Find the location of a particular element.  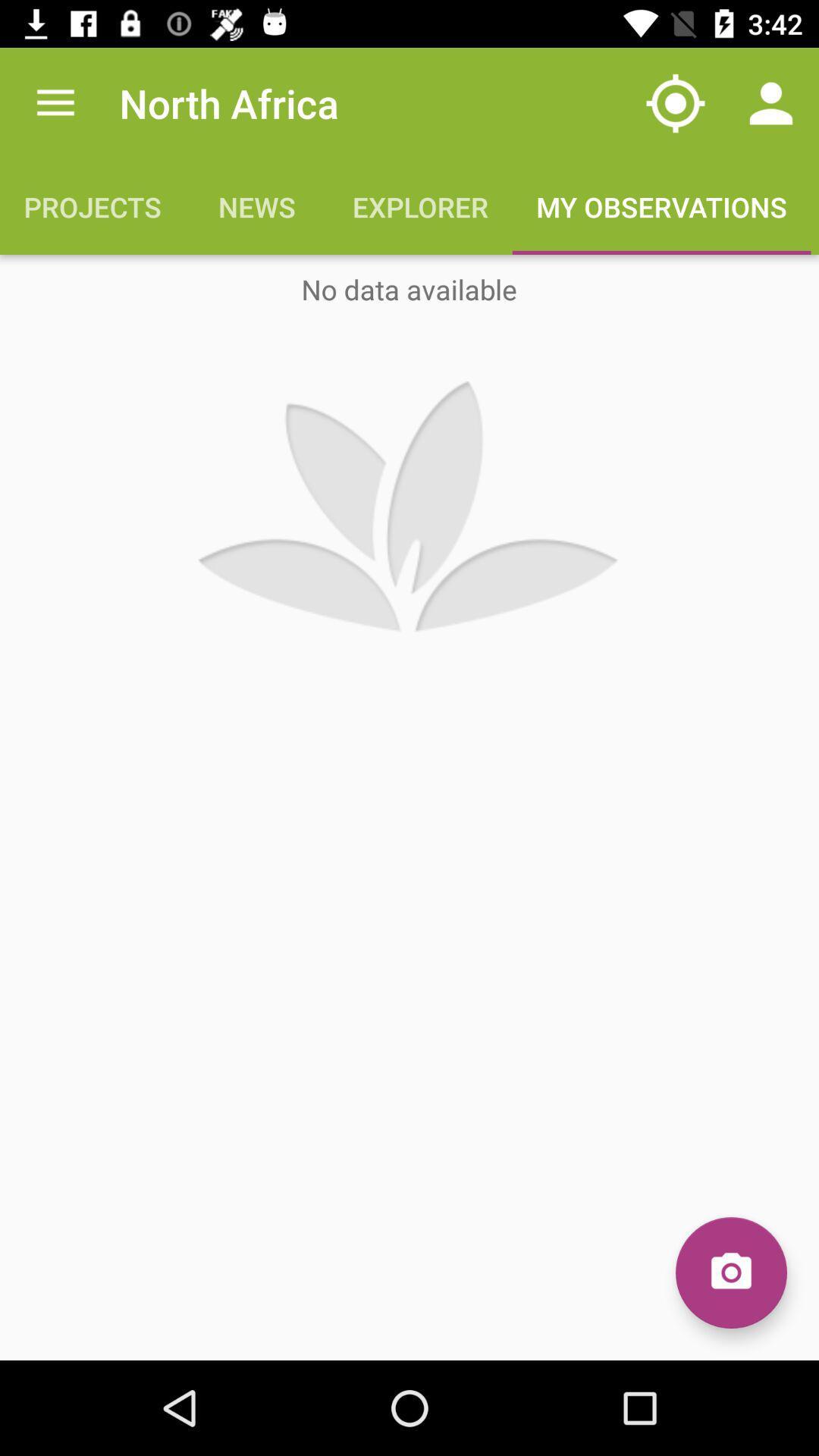

item to the right of north africa item is located at coordinates (675, 102).